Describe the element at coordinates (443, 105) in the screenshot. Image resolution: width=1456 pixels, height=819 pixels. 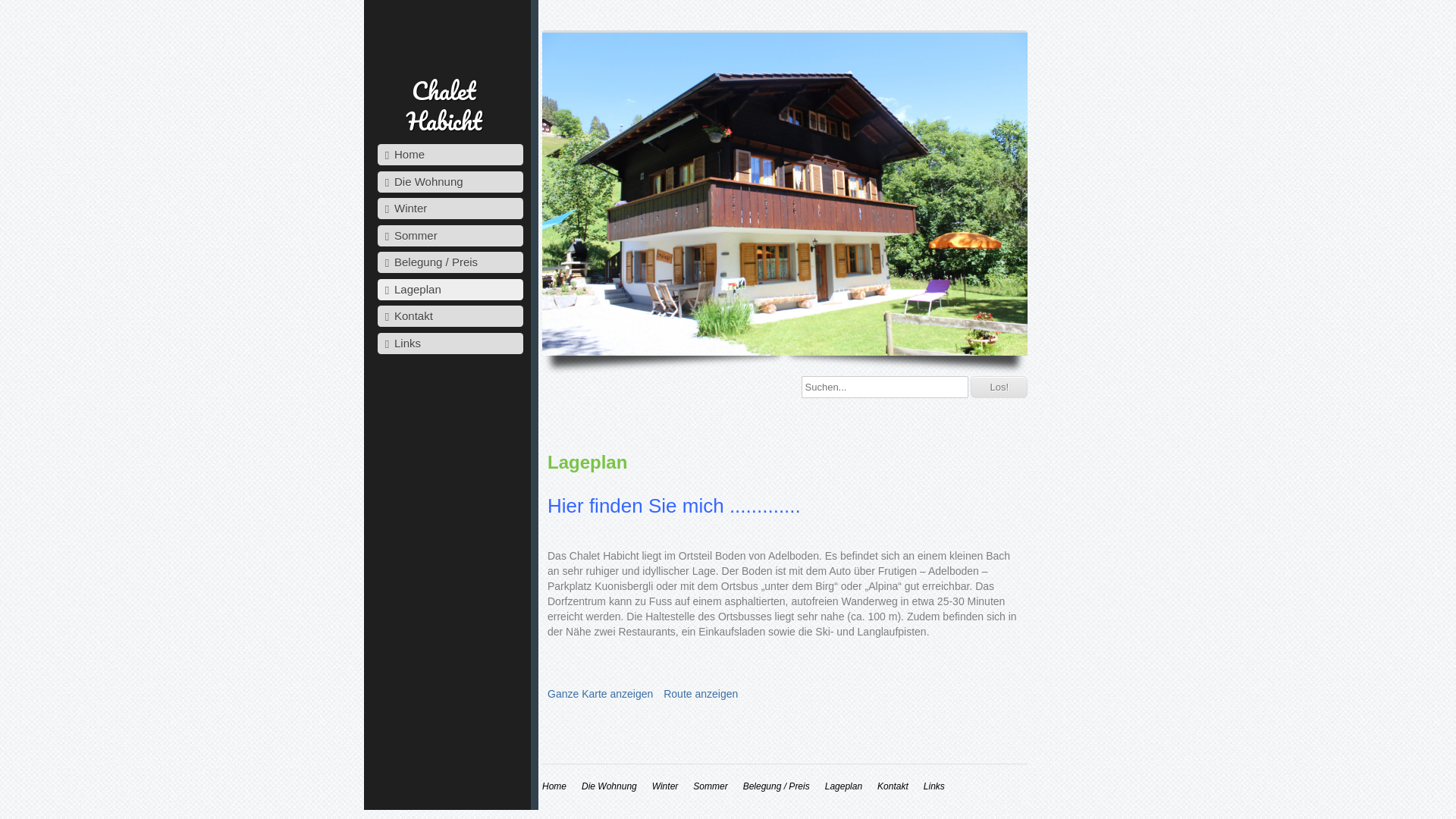
I see `'Chalet Habicht'` at that location.